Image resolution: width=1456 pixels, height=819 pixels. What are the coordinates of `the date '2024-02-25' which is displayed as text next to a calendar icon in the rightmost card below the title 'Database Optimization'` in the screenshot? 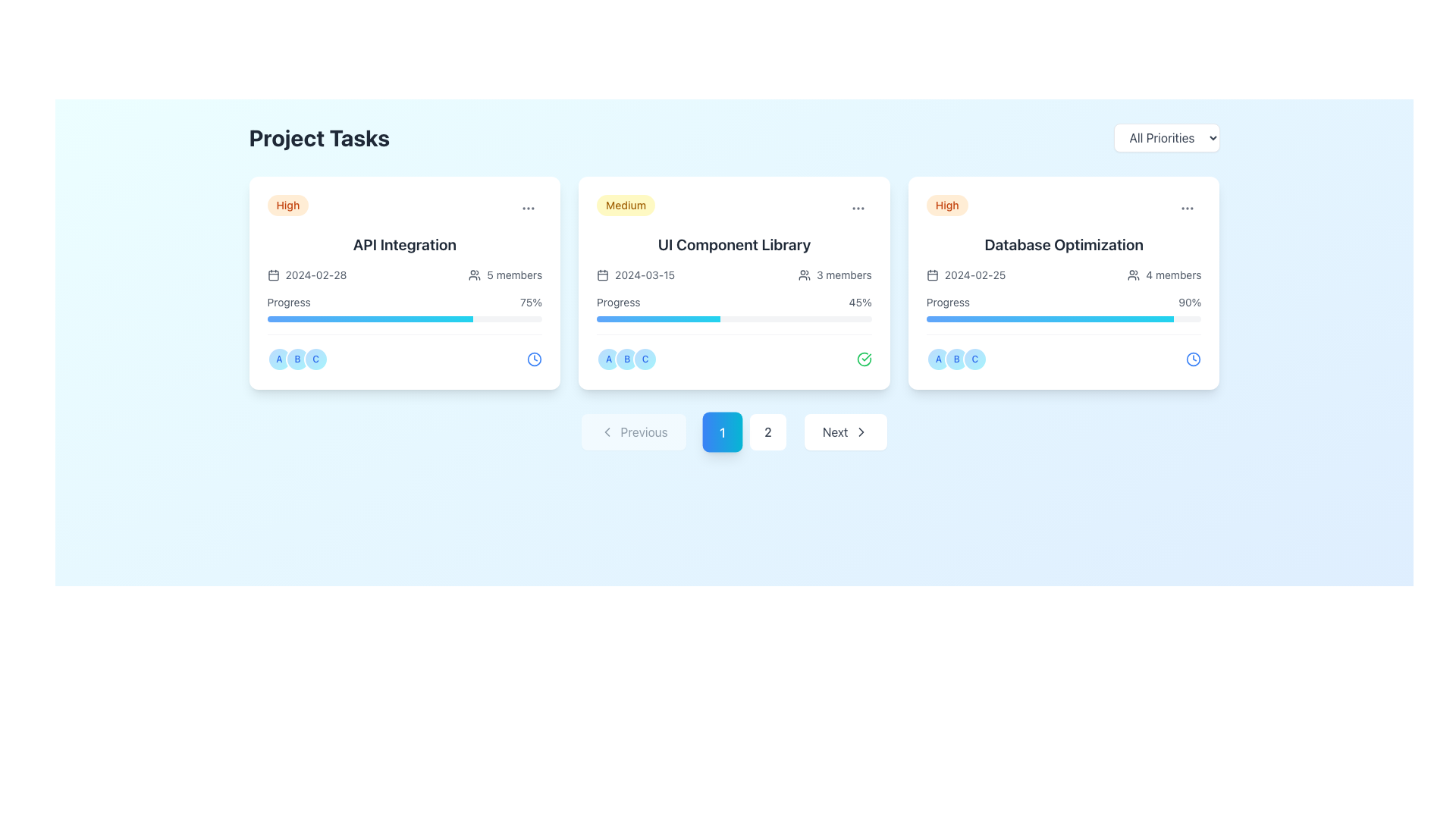 It's located at (965, 275).